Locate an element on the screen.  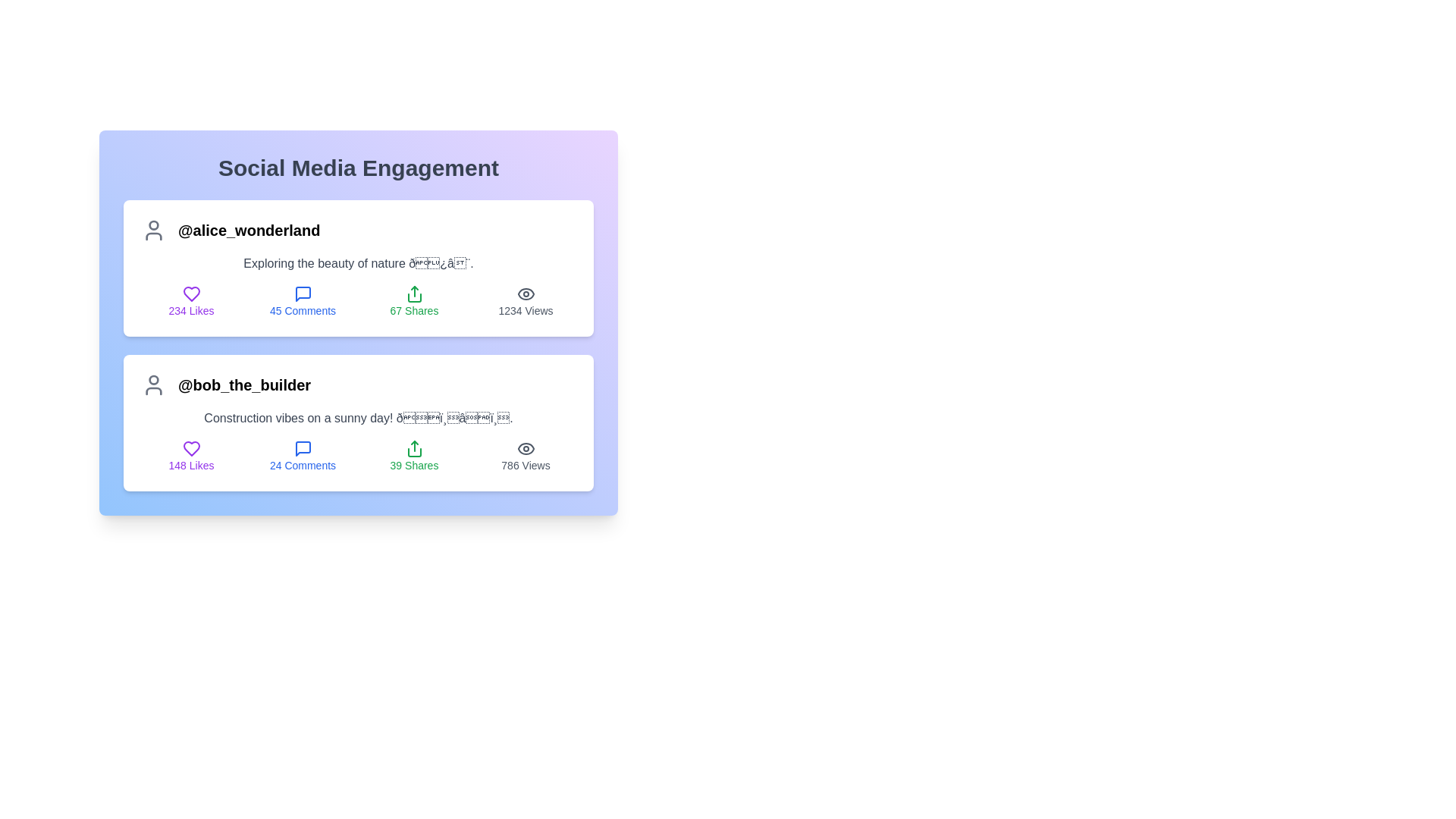
the share icon button located to the left of the '67 Shares' text associated with the post by '@alice_wonderland' is located at coordinates (414, 294).